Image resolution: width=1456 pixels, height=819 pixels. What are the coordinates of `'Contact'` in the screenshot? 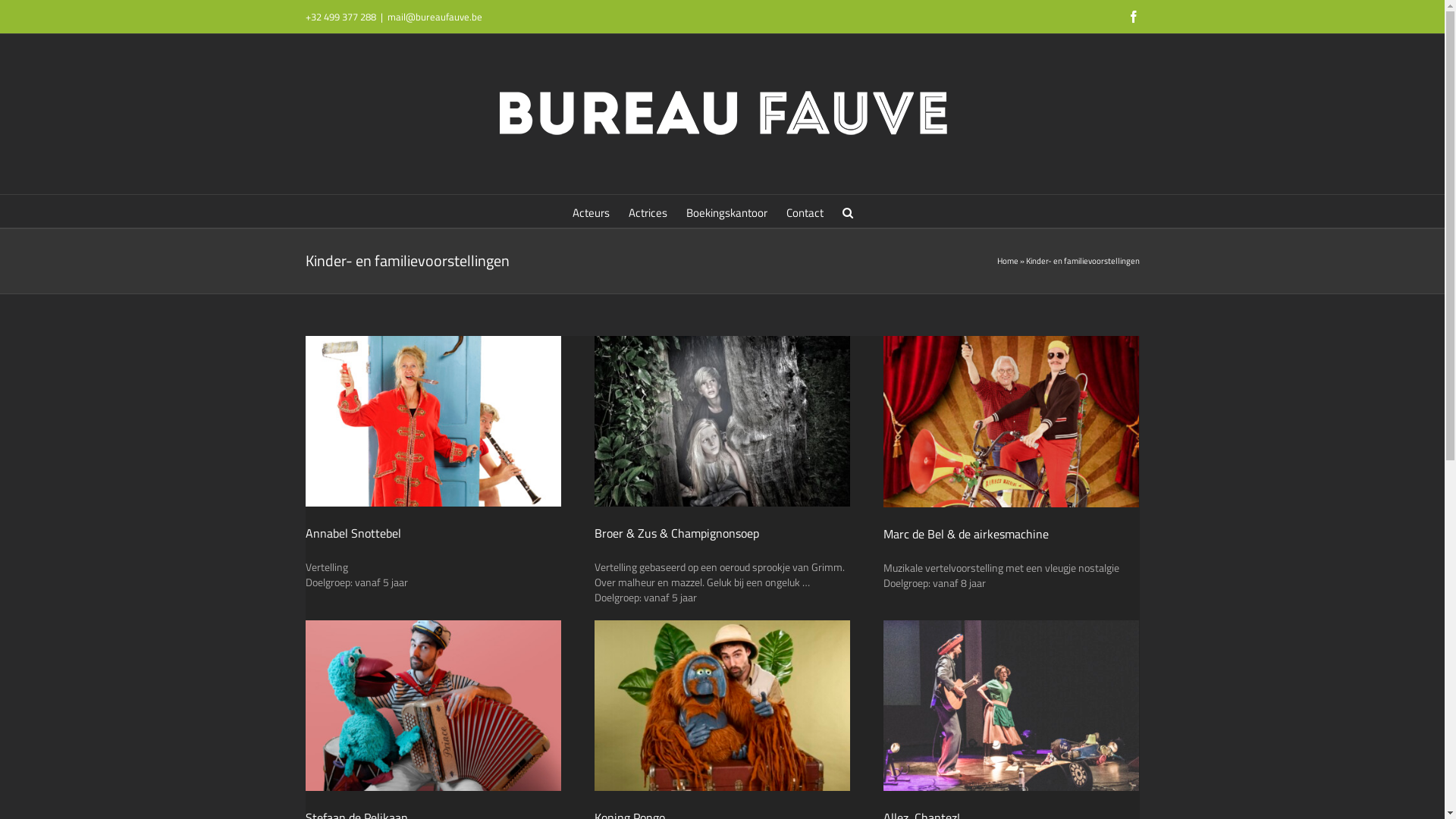 It's located at (804, 211).